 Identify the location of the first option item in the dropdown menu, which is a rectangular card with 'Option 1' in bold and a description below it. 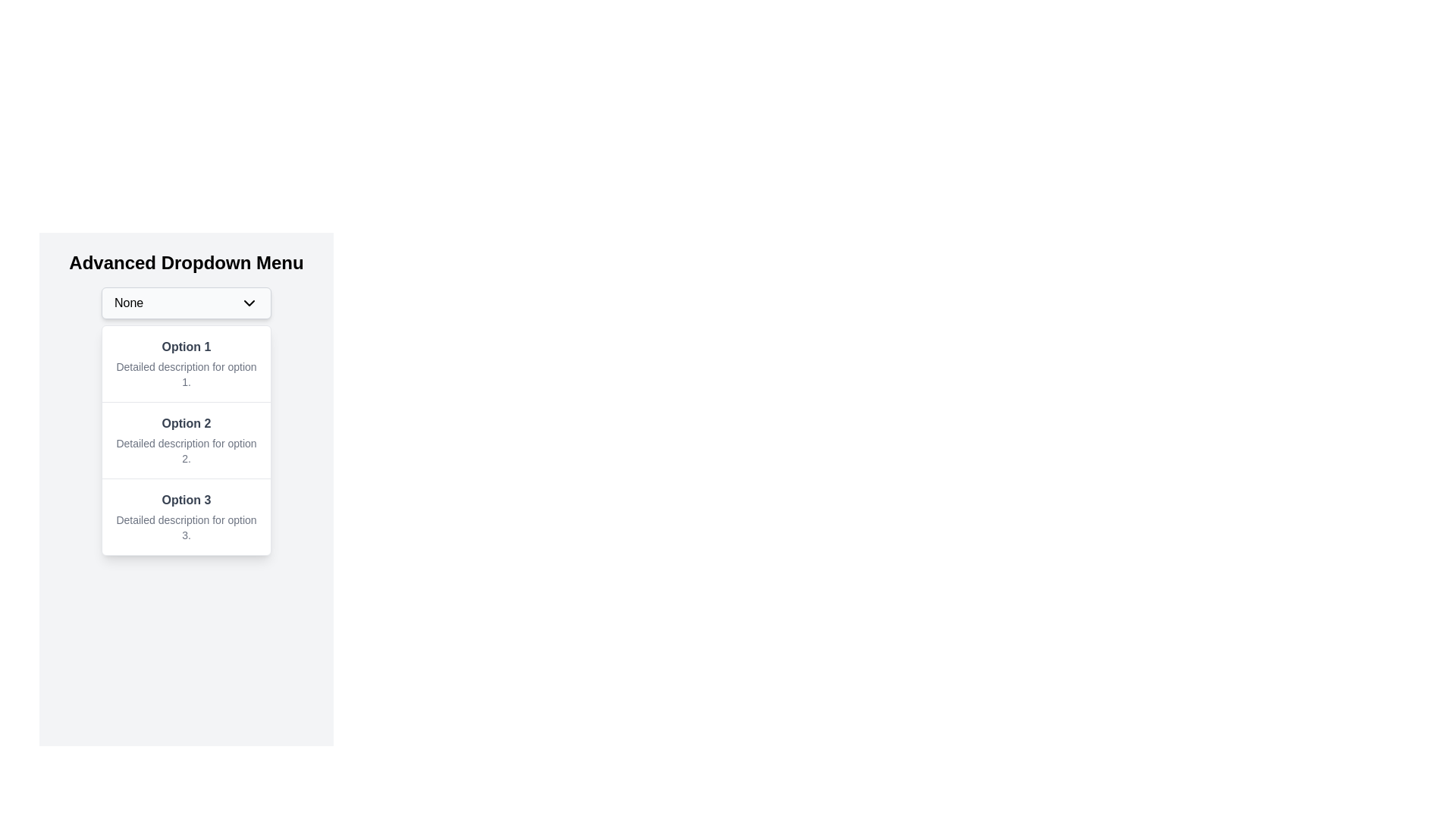
(185, 363).